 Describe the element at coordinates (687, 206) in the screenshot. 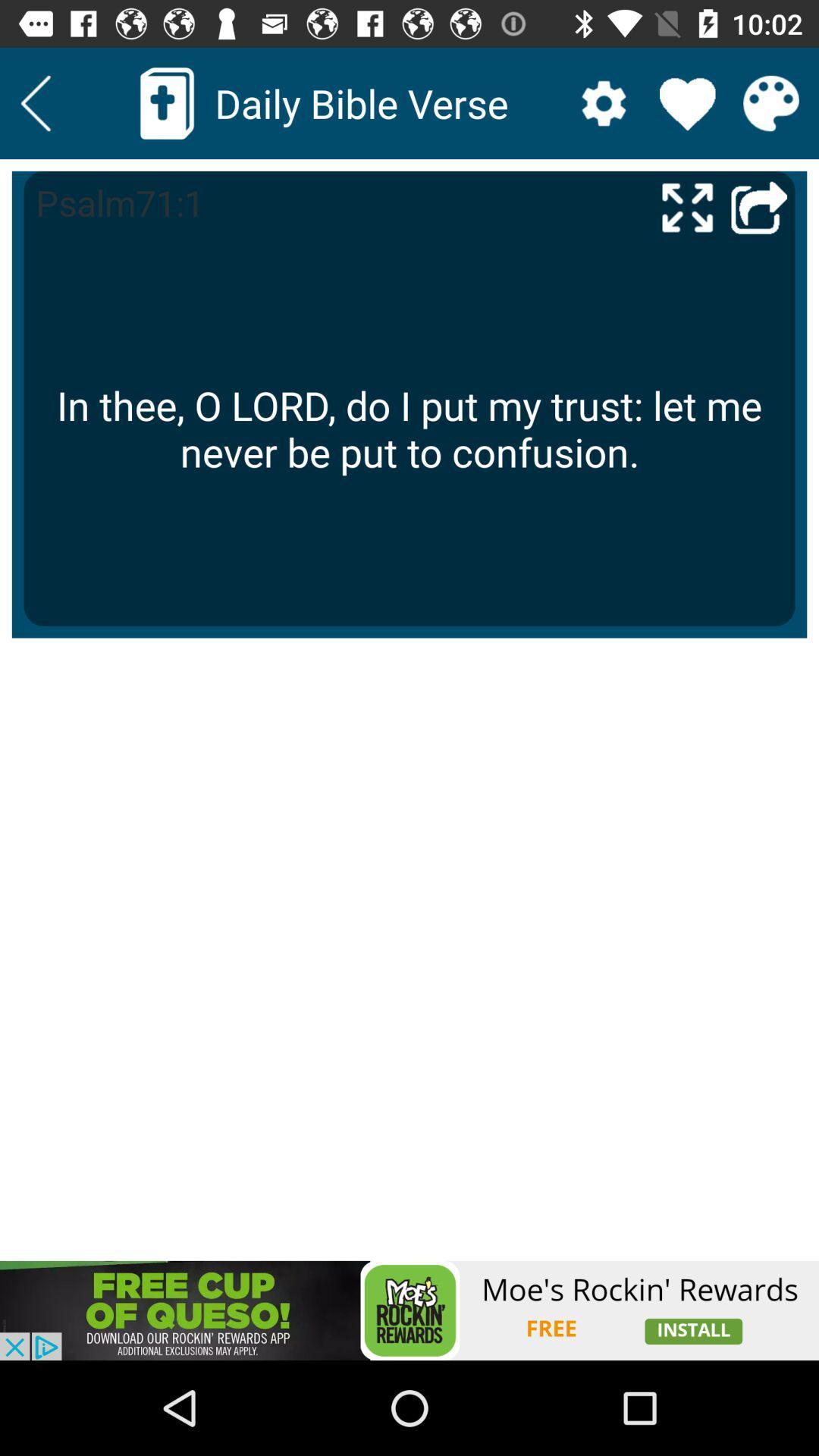

I see `make fullscreen` at that location.